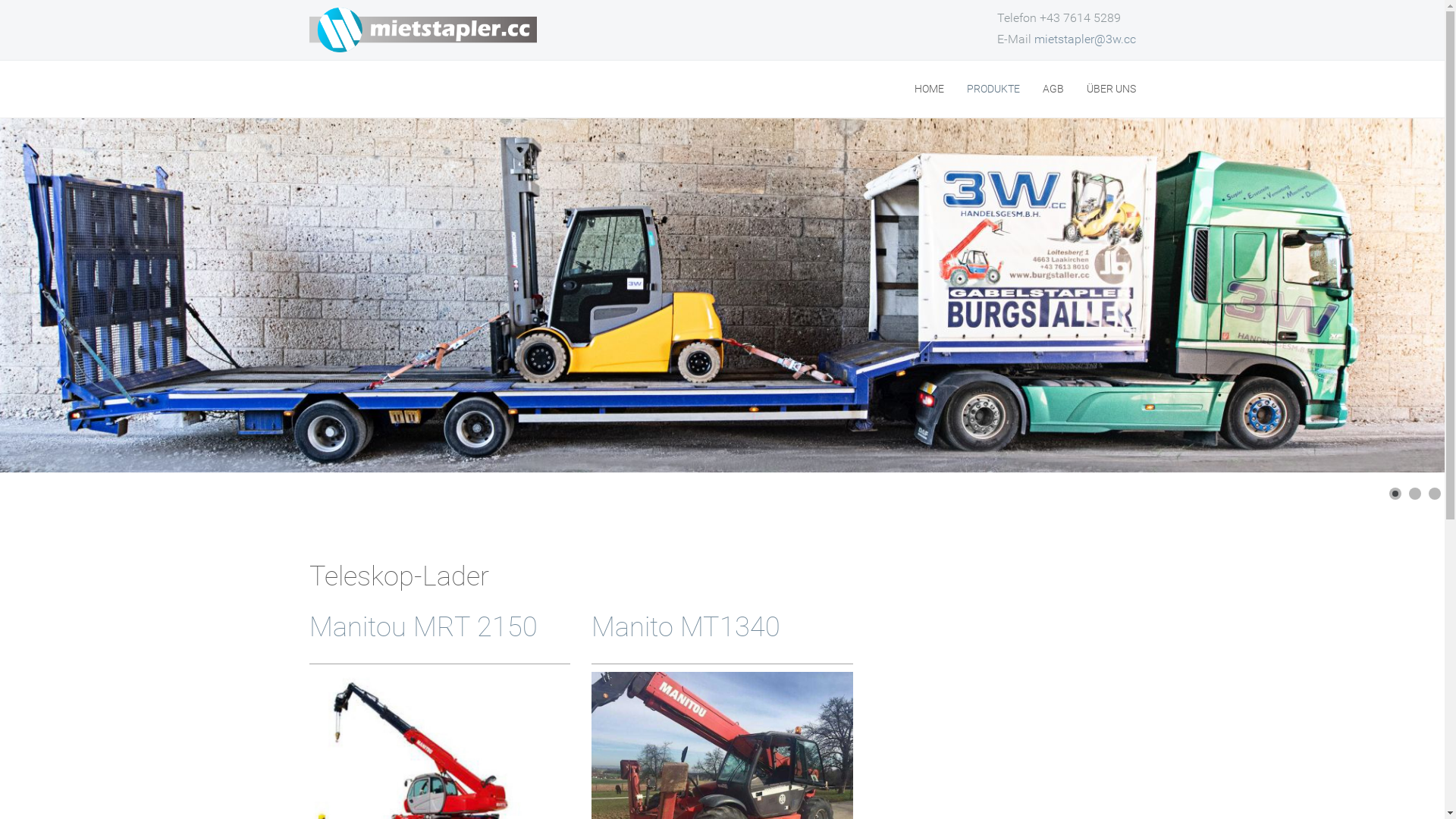  Describe the element at coordinates (685, 626) in the screenshot. I see `'Manito MT1340'` at that location.